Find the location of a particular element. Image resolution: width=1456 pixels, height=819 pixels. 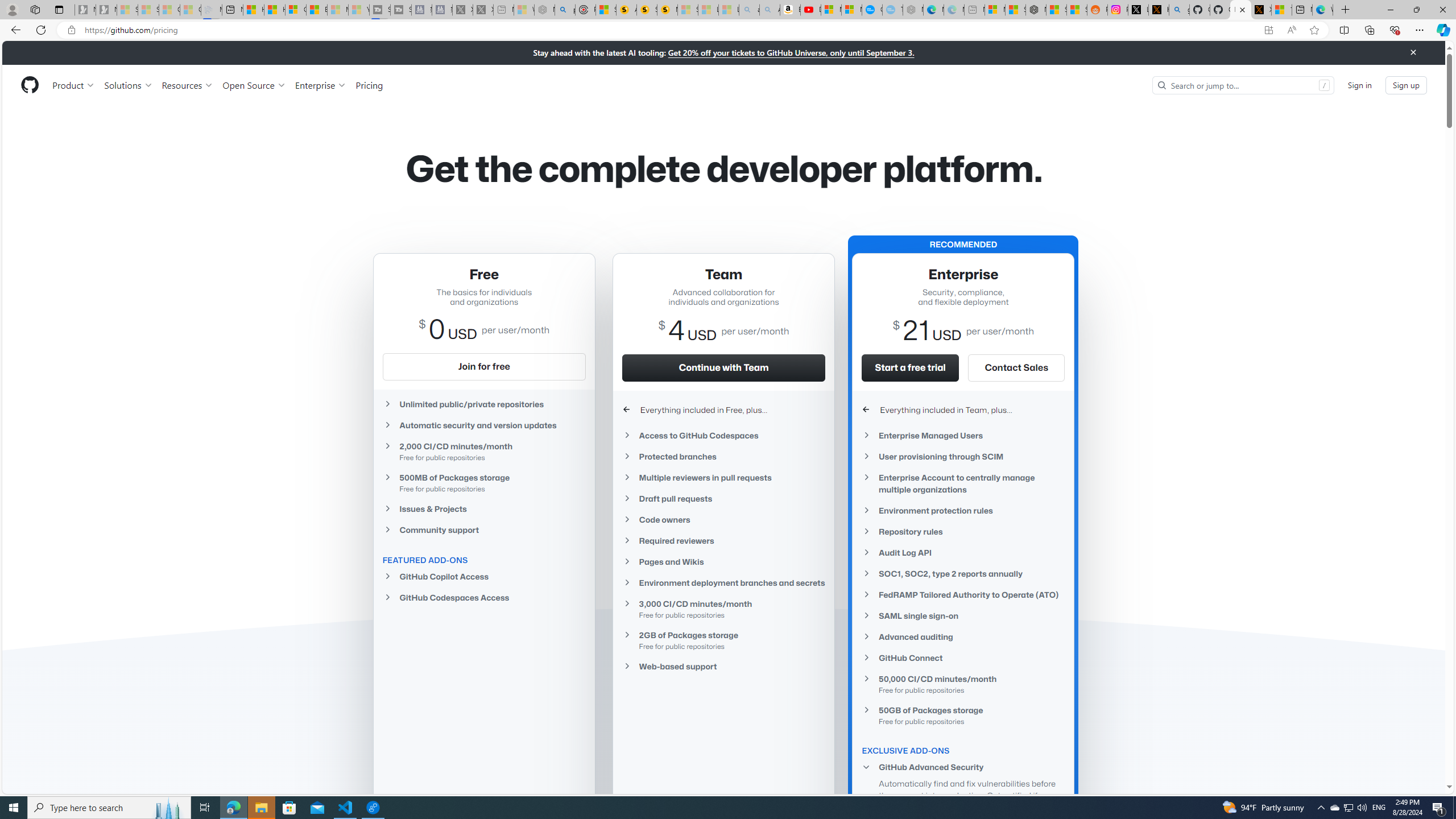

'Newsletter Sign Up - Sleeping' is located at coordinates (106, 9).